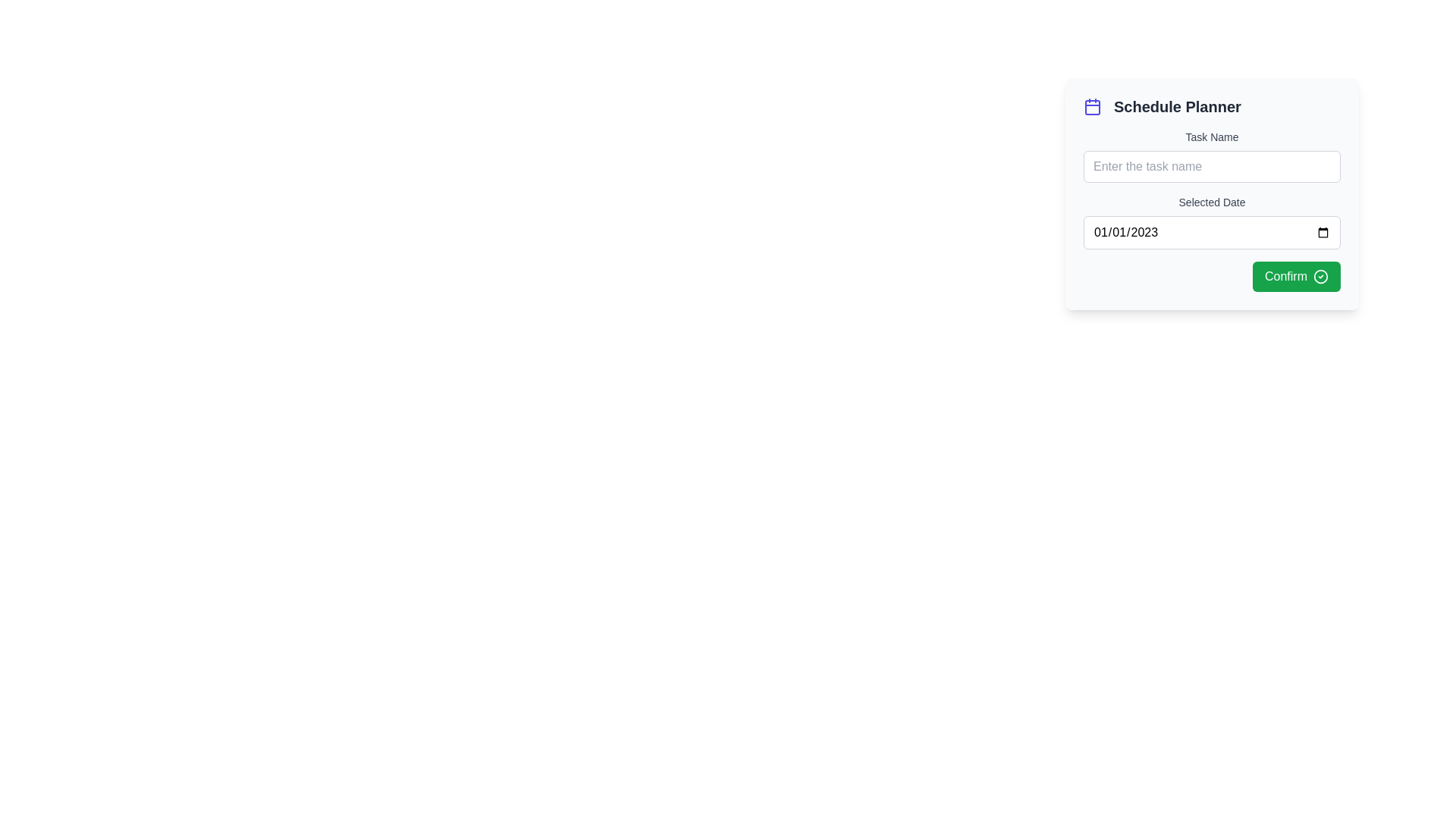 The width and height of the screenshot is (1456, 819). Describe the element at coordinates (1320, 277) in the screenshot. I see `the confirmation button labeled 'Confirm' that contains the completed check action icon, located at the bottom-right corner of the visible card interface` at that location.